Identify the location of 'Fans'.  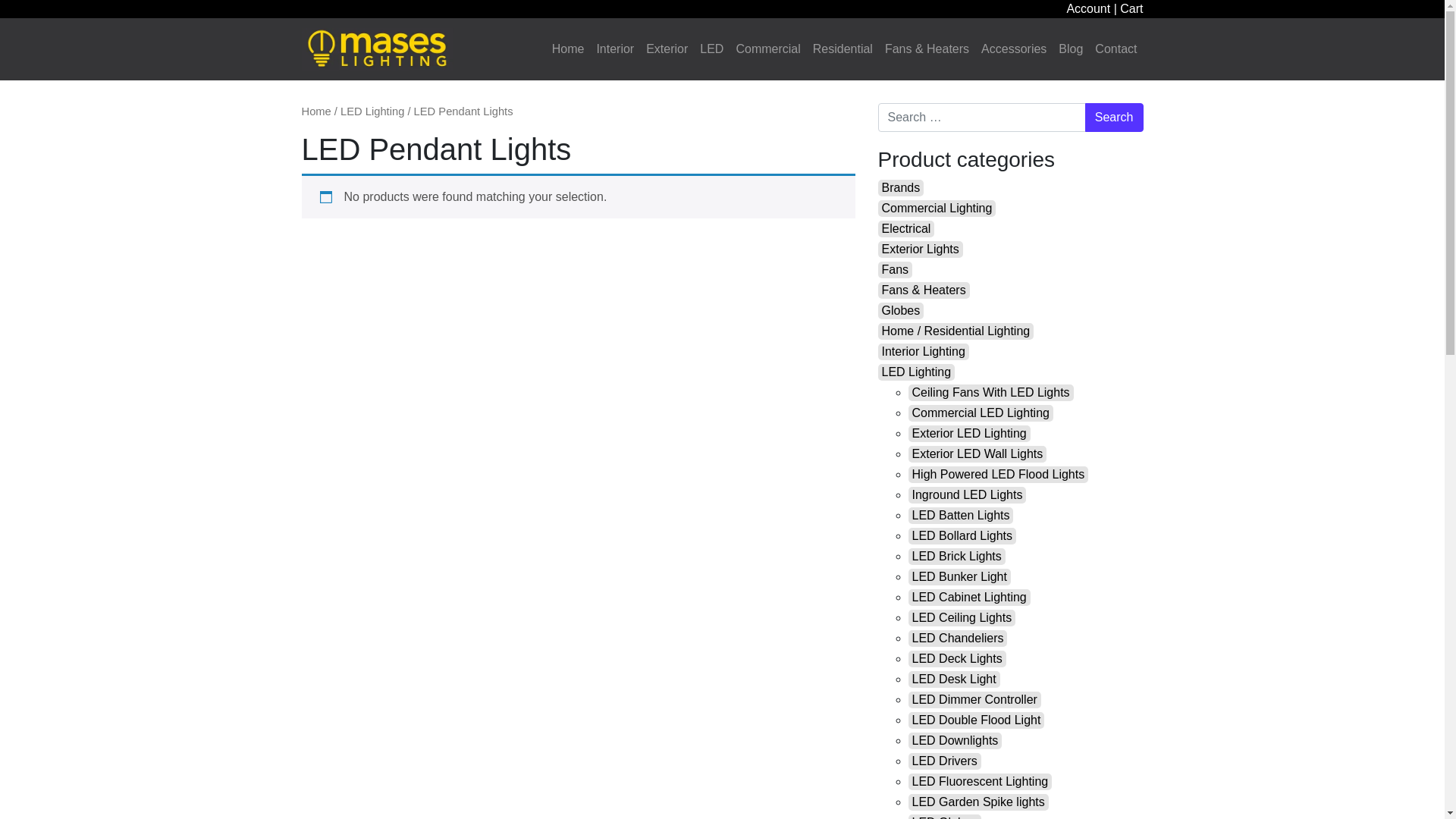
(895, 268).